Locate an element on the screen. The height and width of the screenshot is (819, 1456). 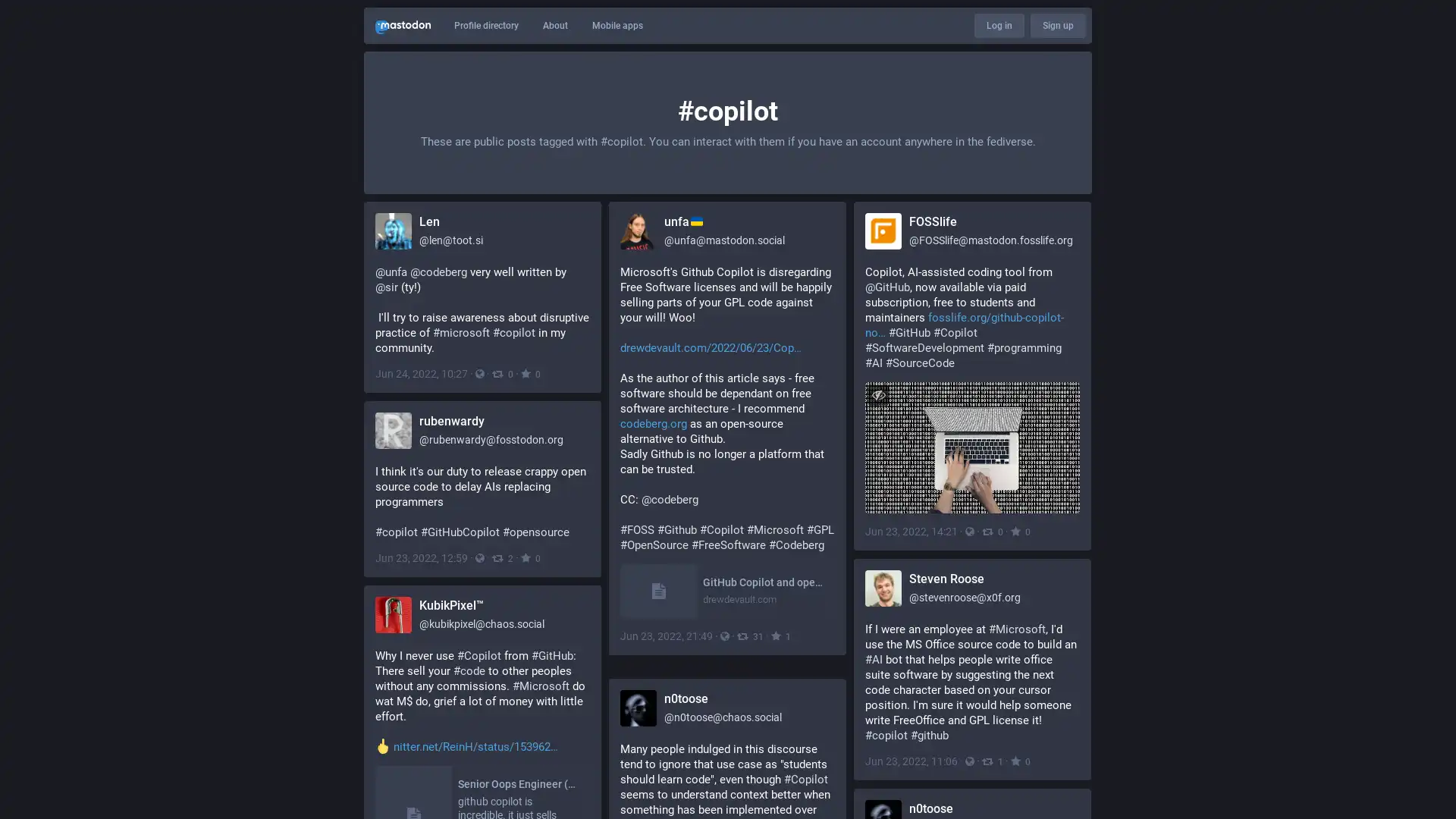
Hide image is located at coordinates (878, 394).